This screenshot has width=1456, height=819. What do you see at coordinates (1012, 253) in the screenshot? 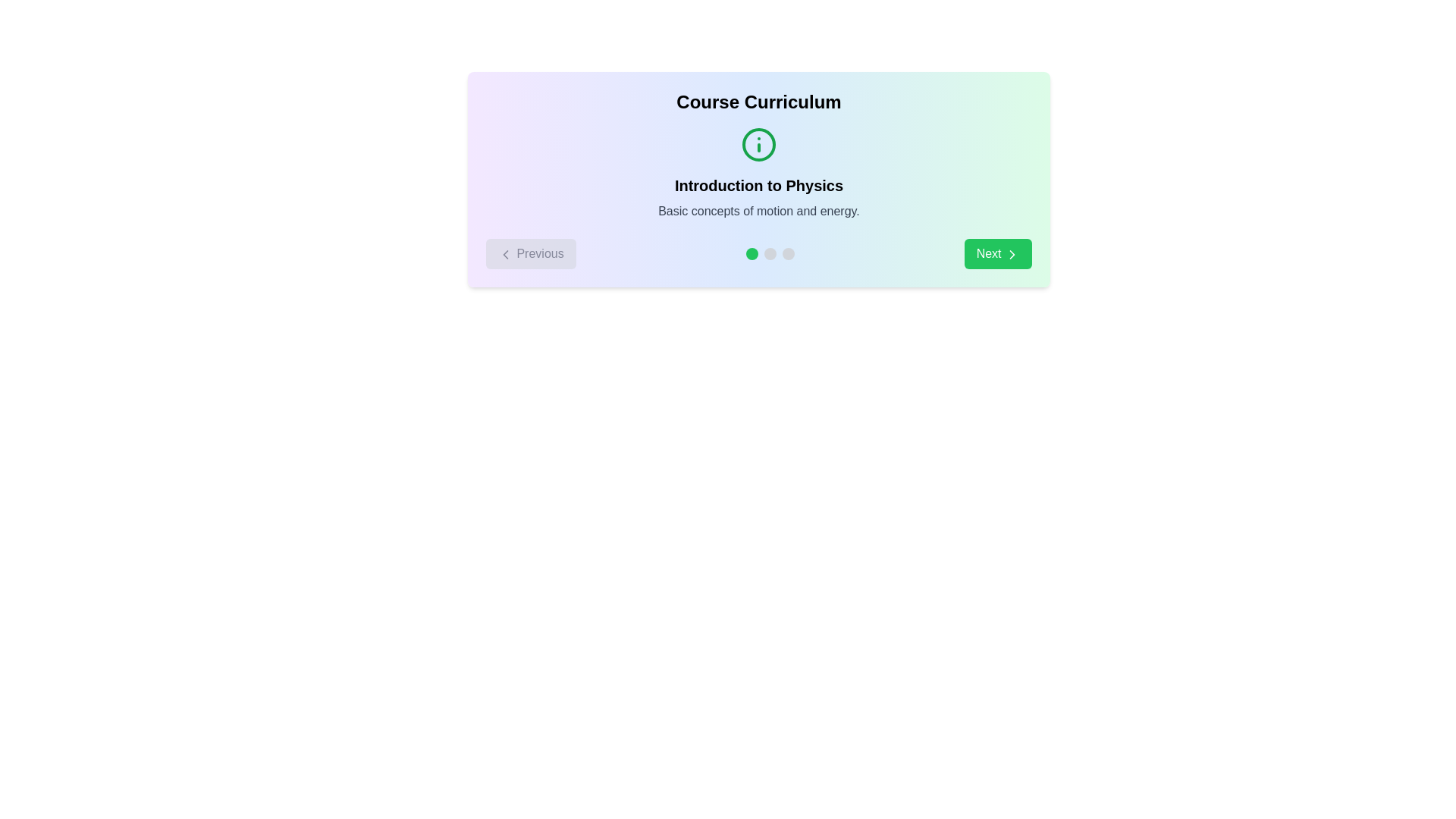
I see `the chevron icon located at the center of the 'Next' button in the lower-right corner of the card-like UI segment to proceed` at bounding box center [1012, 253].